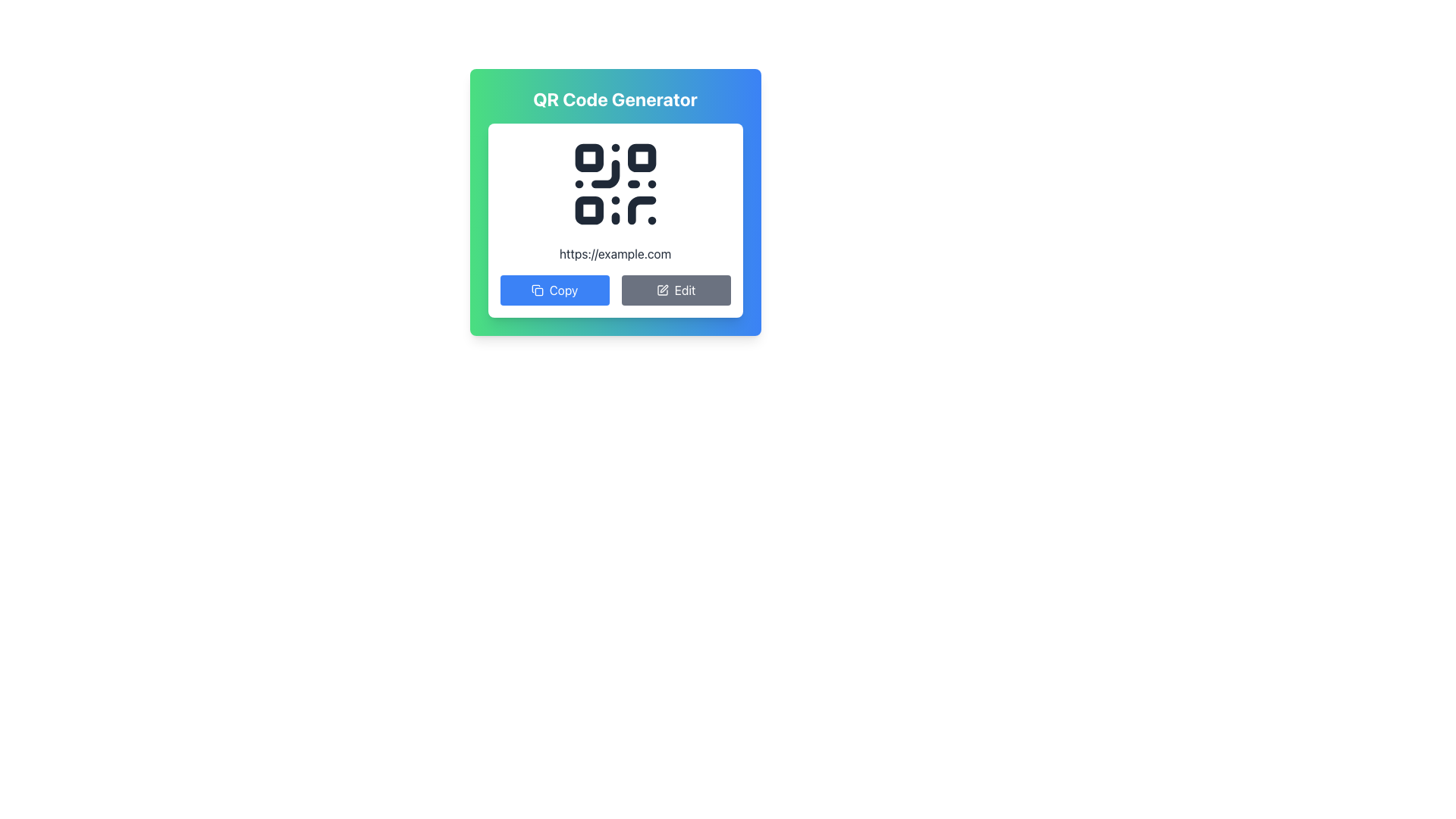 The width and height of the screenshot is (1456, 819). What do you see at coordinates (588, 210) in the screenshot?
I see `the small square-shaped block located in the lower-left section of the QR code graphic, which is part of the structured grid layout` at bounding box center [588, 210].